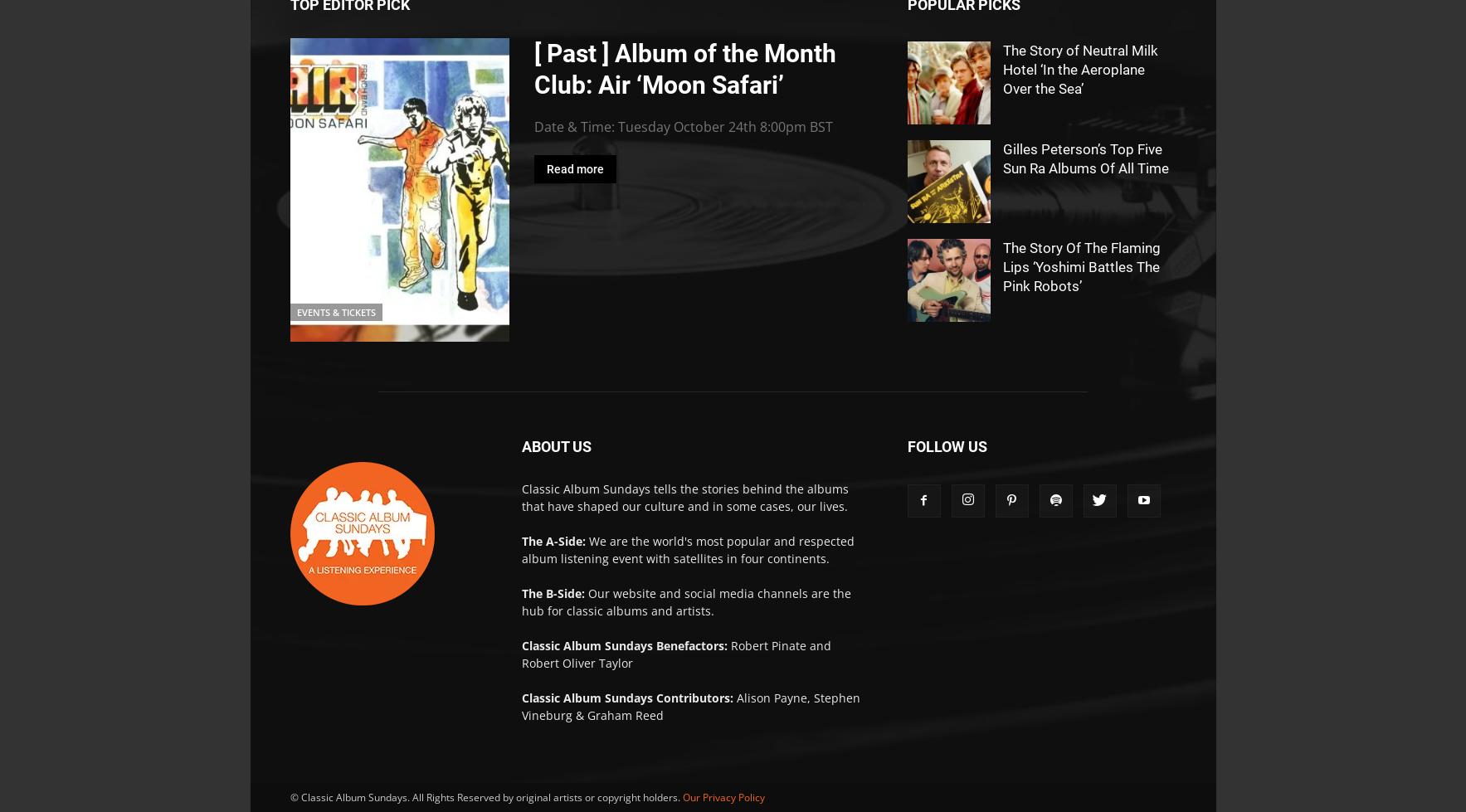 The height and width of the screenshot is (812, 1466). What do you see at coordinates (1079, 266) in the screenshot?
I see `'The Story Of The Flaming Lips ‘Yoshimi Battles The Pink Robots’'` at bounding box center [1079, 266].